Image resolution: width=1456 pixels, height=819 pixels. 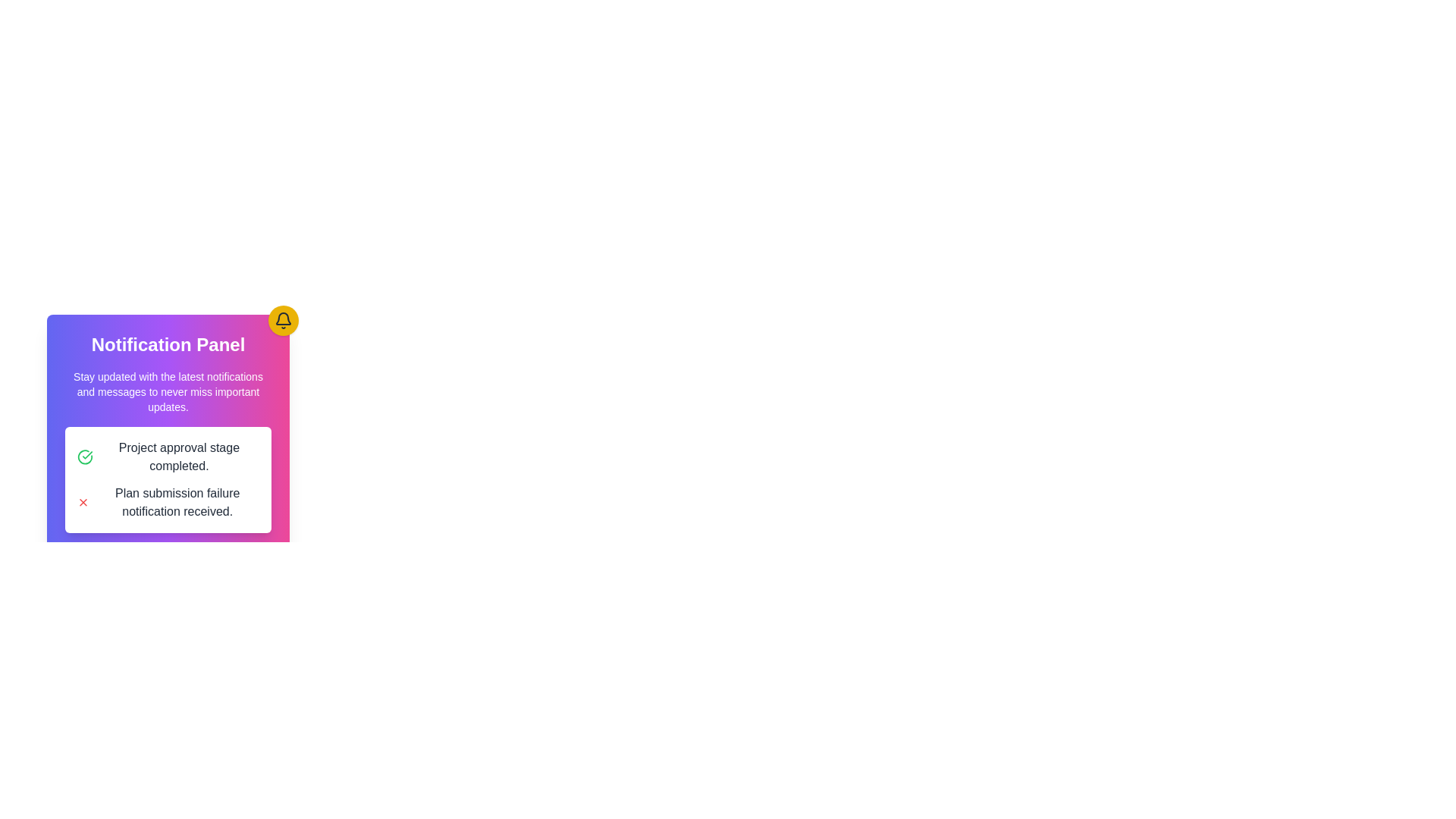 What do you see at coordinates (86, 454) in the screenshot?
I see `the icon representing the successful completion of the task, located to the left of the text 'Project approval stage completed.' in the notification panel` at bounding box center [86, 454].